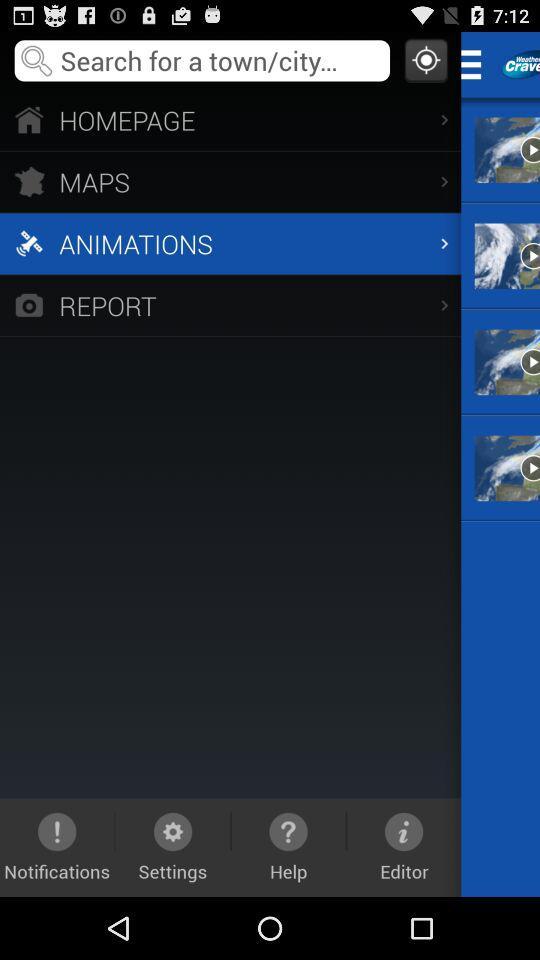 This screenshot has height=960, width=540. Describe the element at coordinates (173, 846) in the screenshot. I see `the settings item` at that location.